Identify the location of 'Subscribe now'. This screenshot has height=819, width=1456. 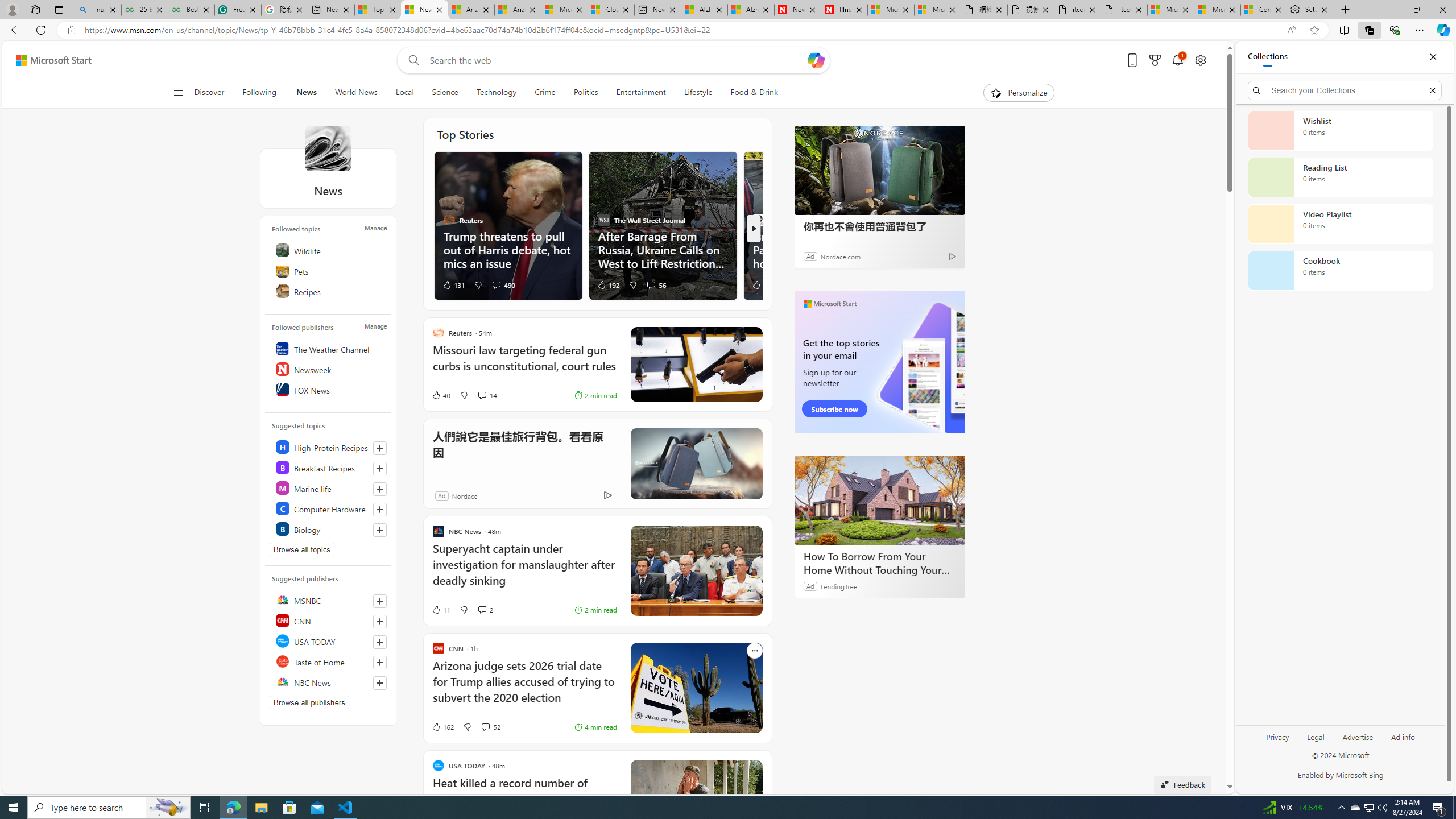
(834, 409).